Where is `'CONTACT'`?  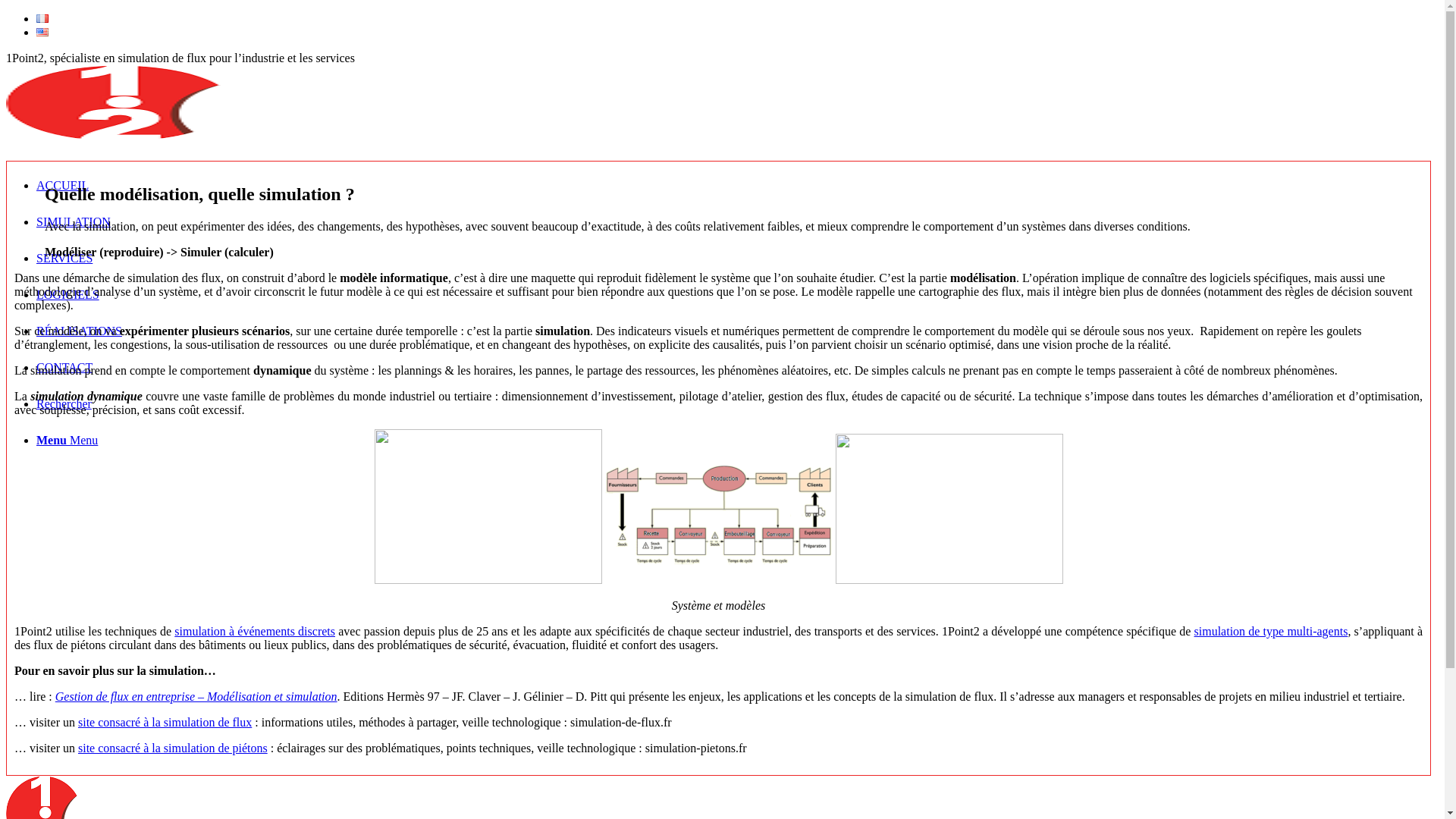 'CONTACT' is located at coordinates (64, 367).